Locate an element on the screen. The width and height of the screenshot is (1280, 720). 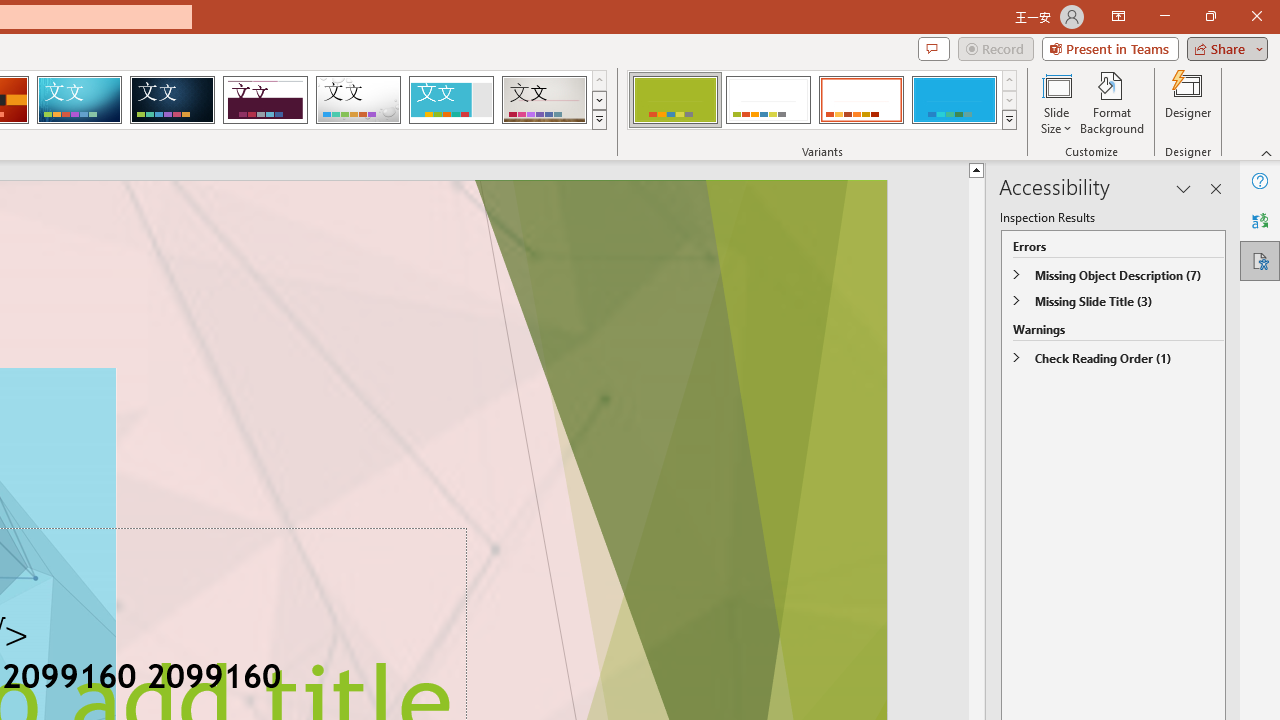
'AutomationID: ThemeVariantsGallery' is located at coordinates (823, 100).